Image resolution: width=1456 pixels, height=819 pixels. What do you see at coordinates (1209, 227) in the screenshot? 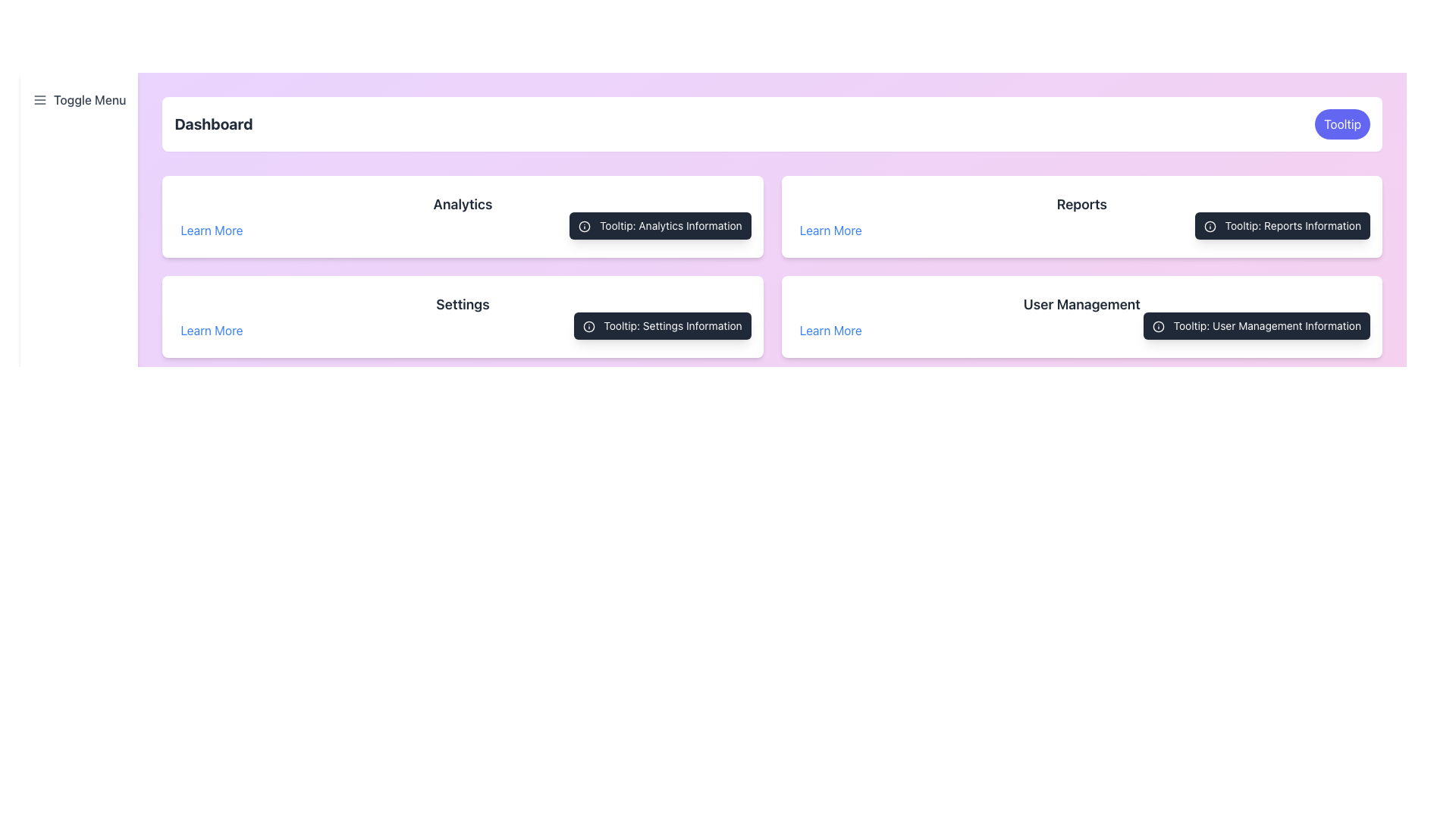
I see `the SVG Circle - Icon Component representing the information icon indicating additional details` at bounding box center [1209, 227].